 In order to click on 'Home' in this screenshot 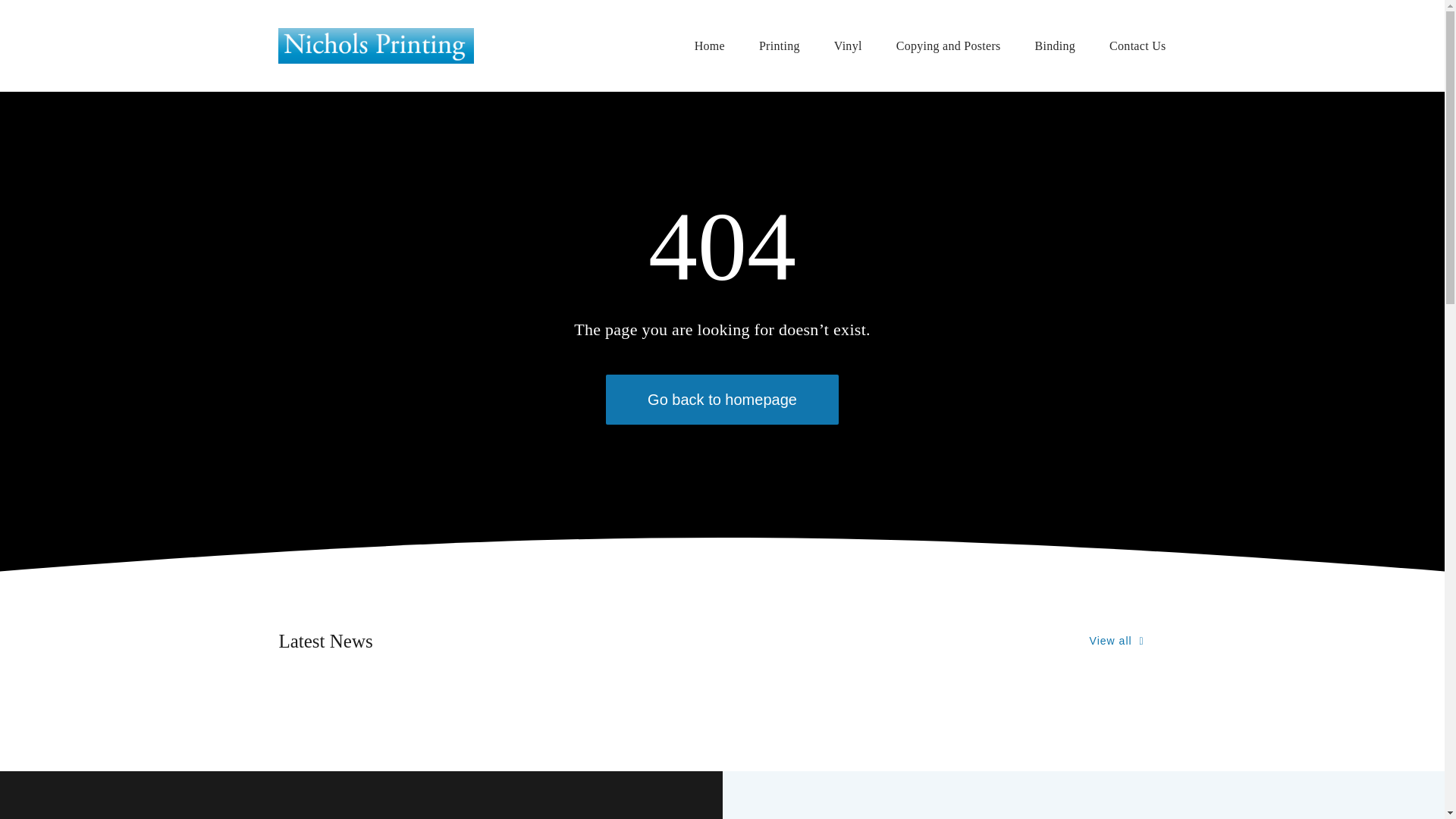, I will do `click(709, 45)`.